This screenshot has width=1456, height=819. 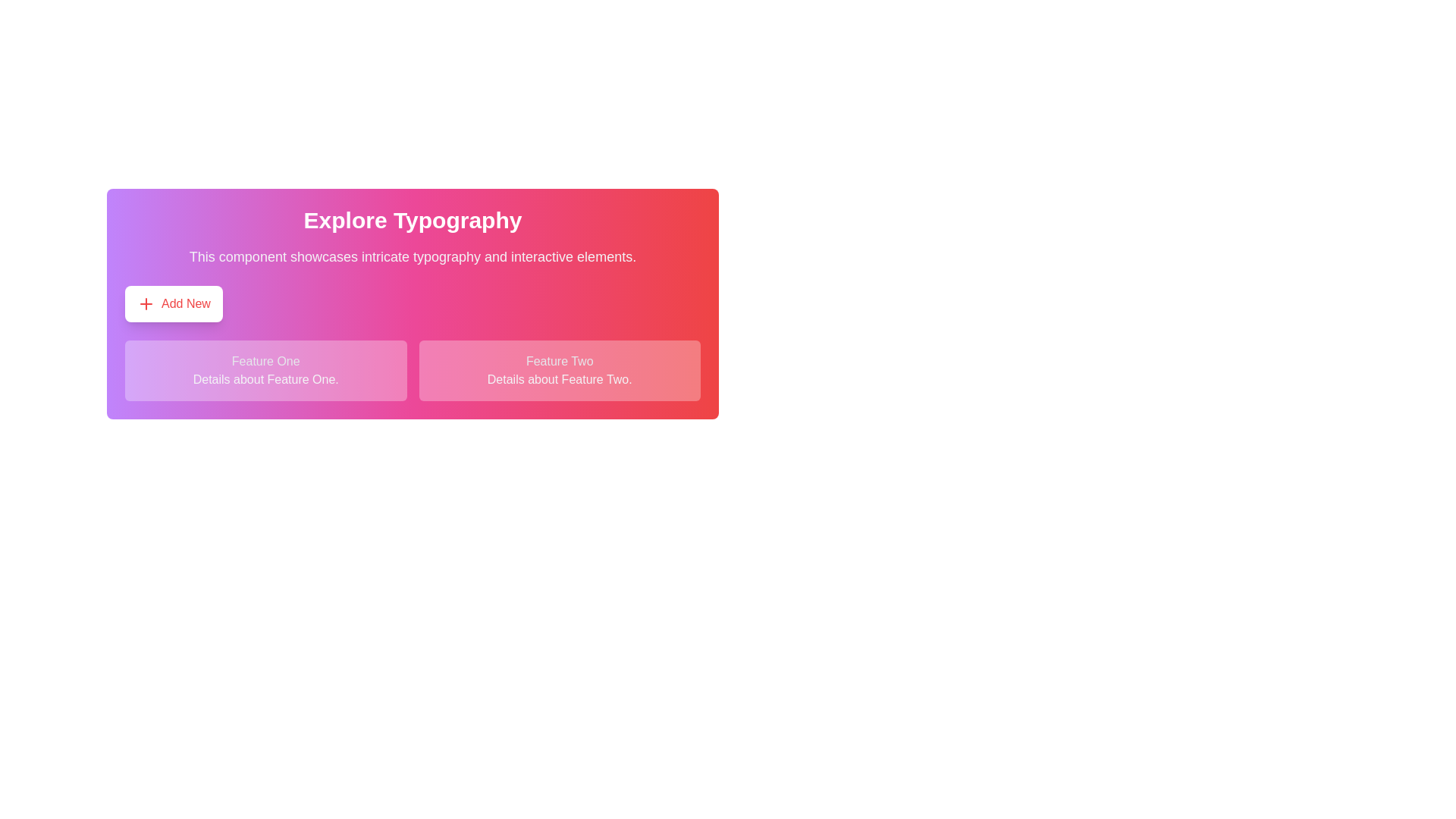 I want to click on the 'Add New' button, which is a rectangular button with rounded corners, displaying a bold red font and a plus sign icon, to trigger the hover animation or tooltip, so click(x=174, y=304).